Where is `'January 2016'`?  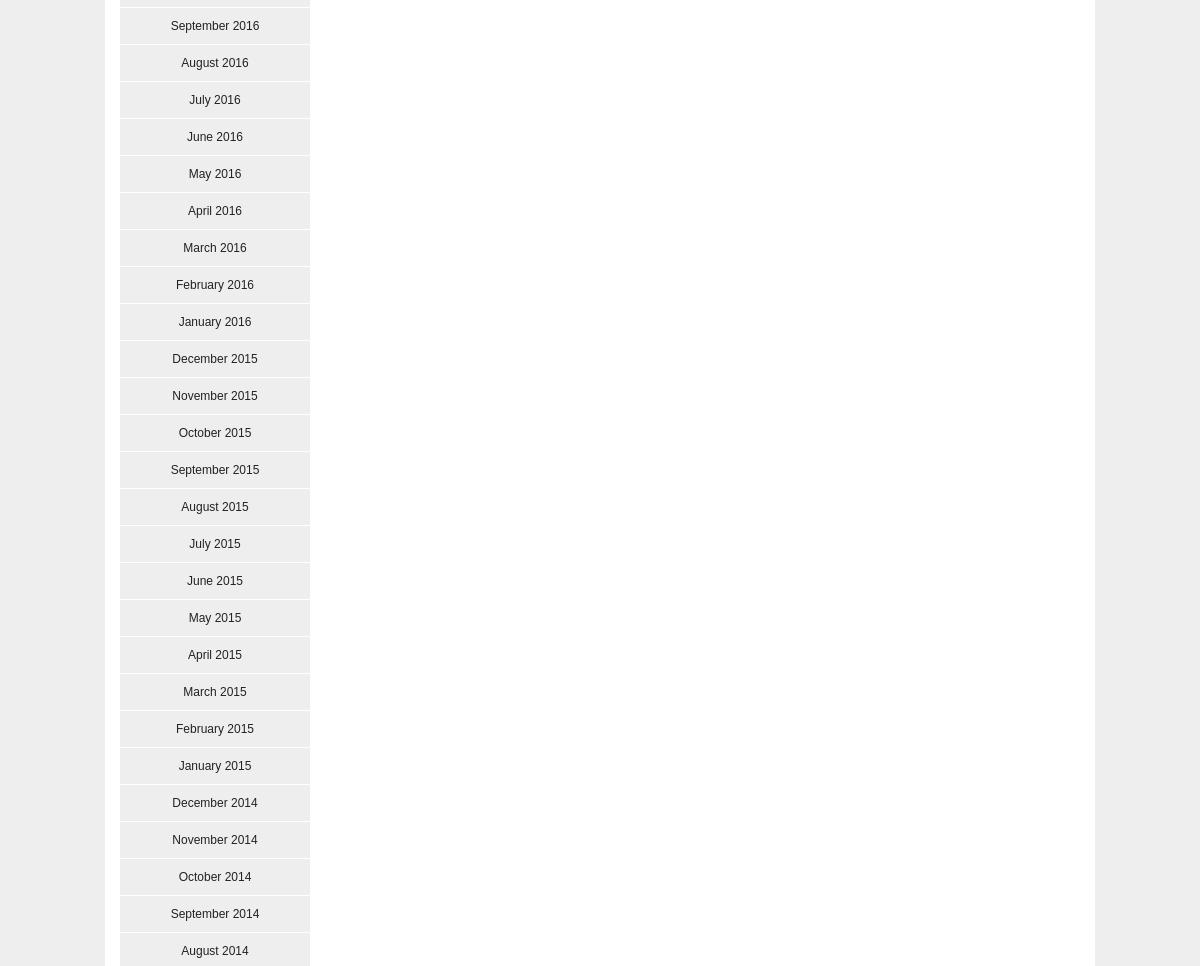
'January 2016' is located at coordinates (213, 321).